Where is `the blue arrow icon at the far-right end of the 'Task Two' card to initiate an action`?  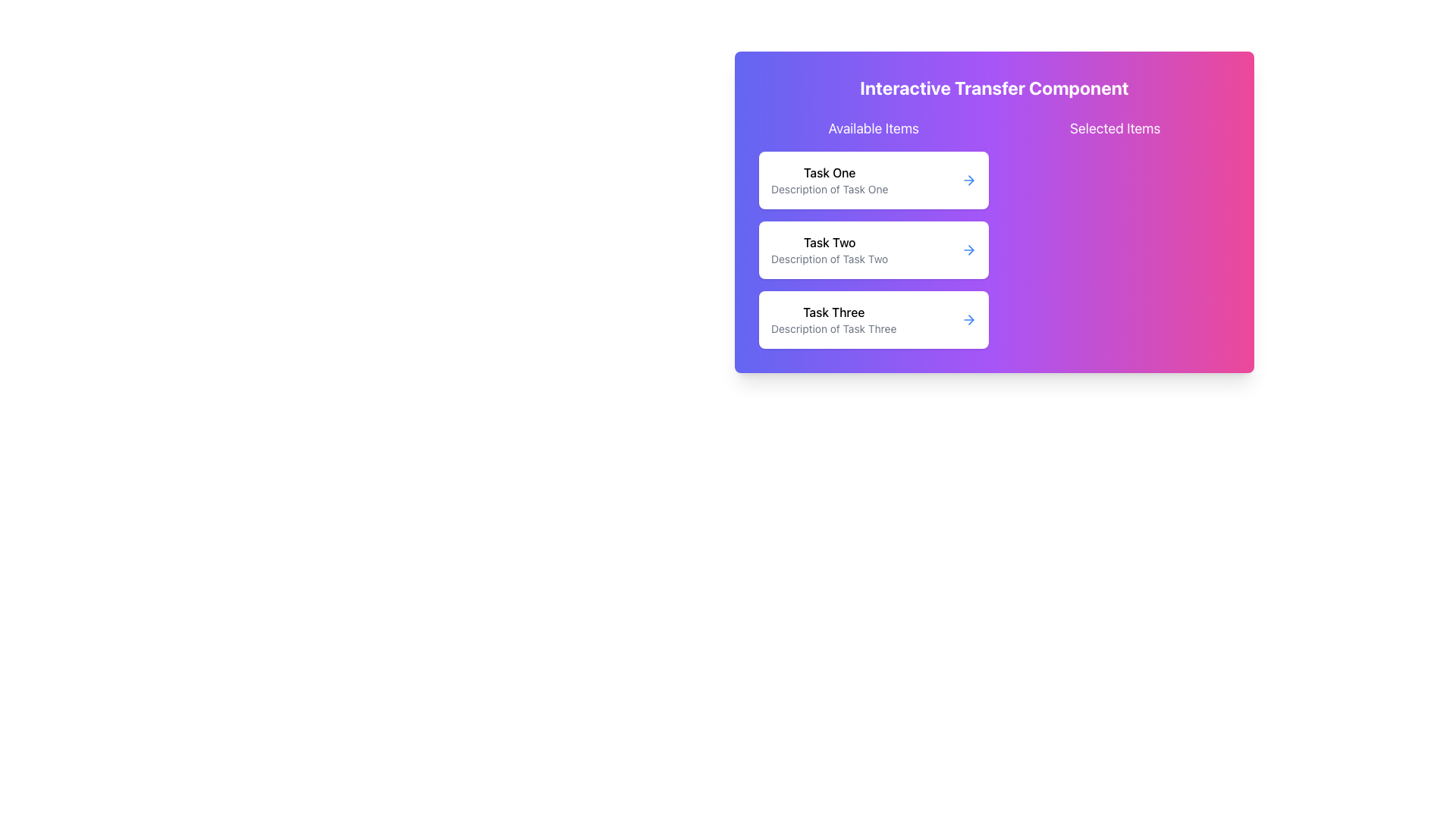
the blue arrow icon at the far-right end of the 'Task Two' card to initiate an action is located at coordinates (968, 249).